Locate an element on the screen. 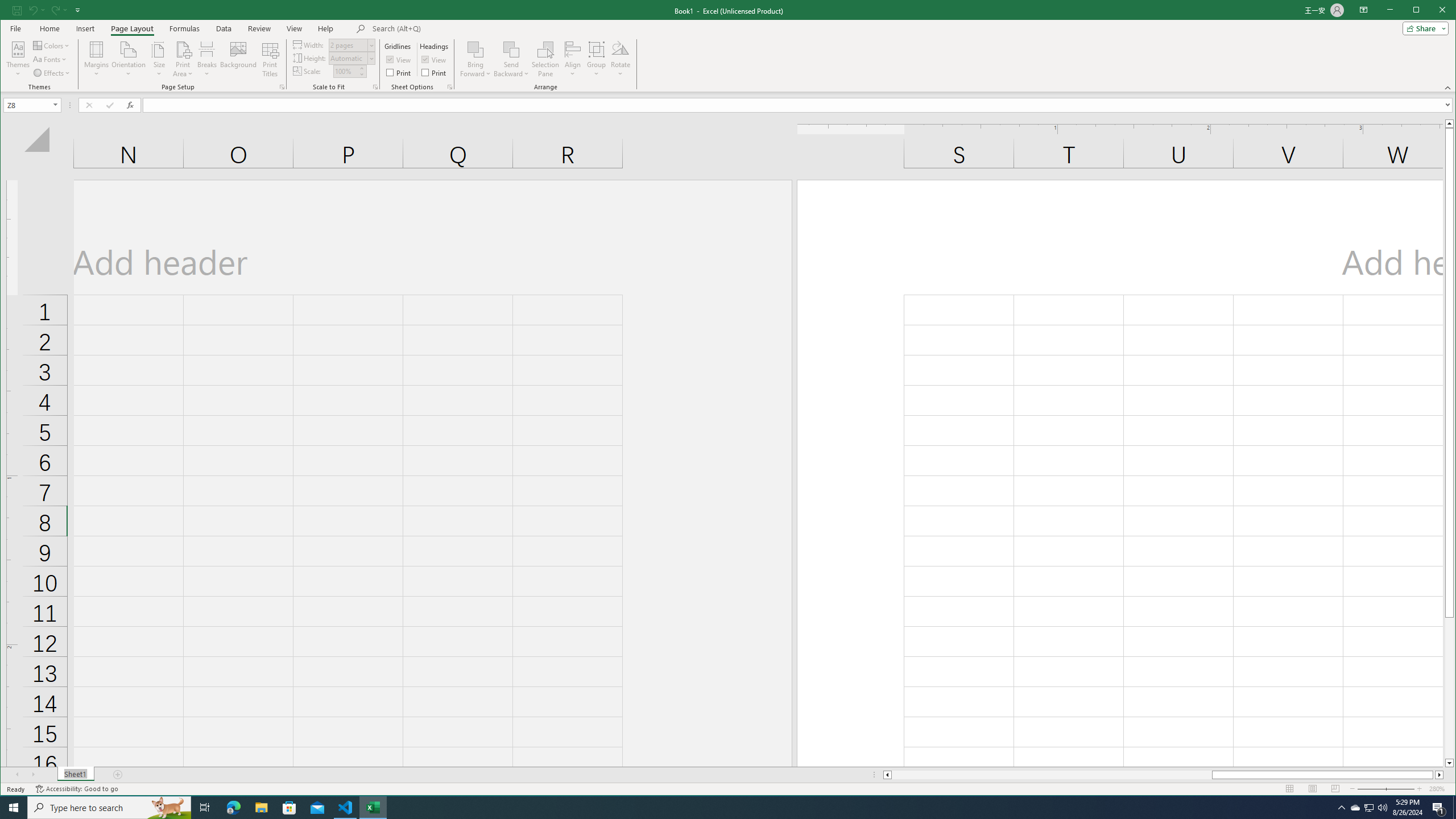  'Excel - 1 running window' is located at coordinates (373, 806).